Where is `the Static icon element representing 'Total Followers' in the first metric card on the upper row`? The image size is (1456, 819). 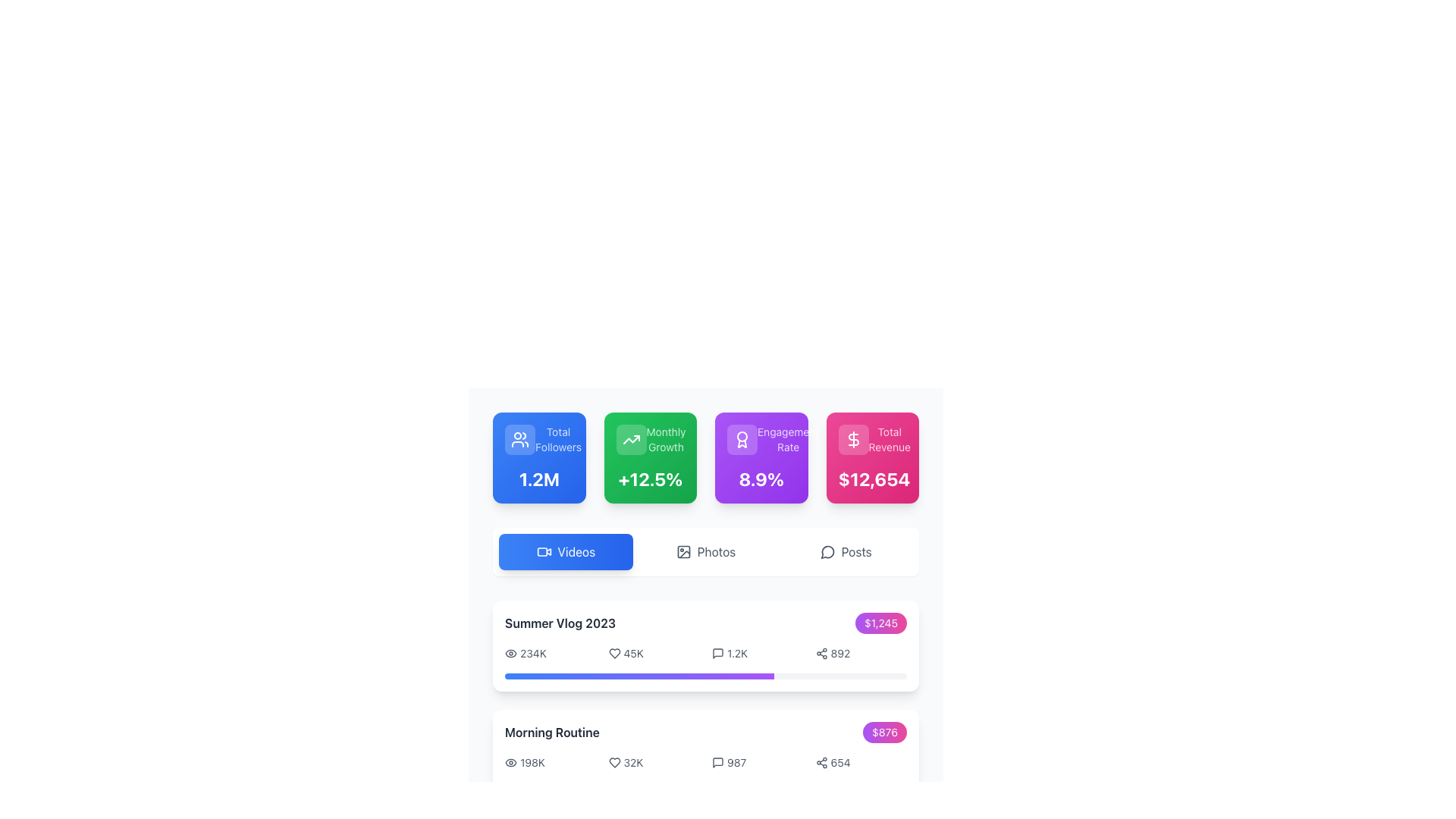
the Static icon element representing 'Total Followers' in the first metric card on the upper row is located at coordinates (520, 439).